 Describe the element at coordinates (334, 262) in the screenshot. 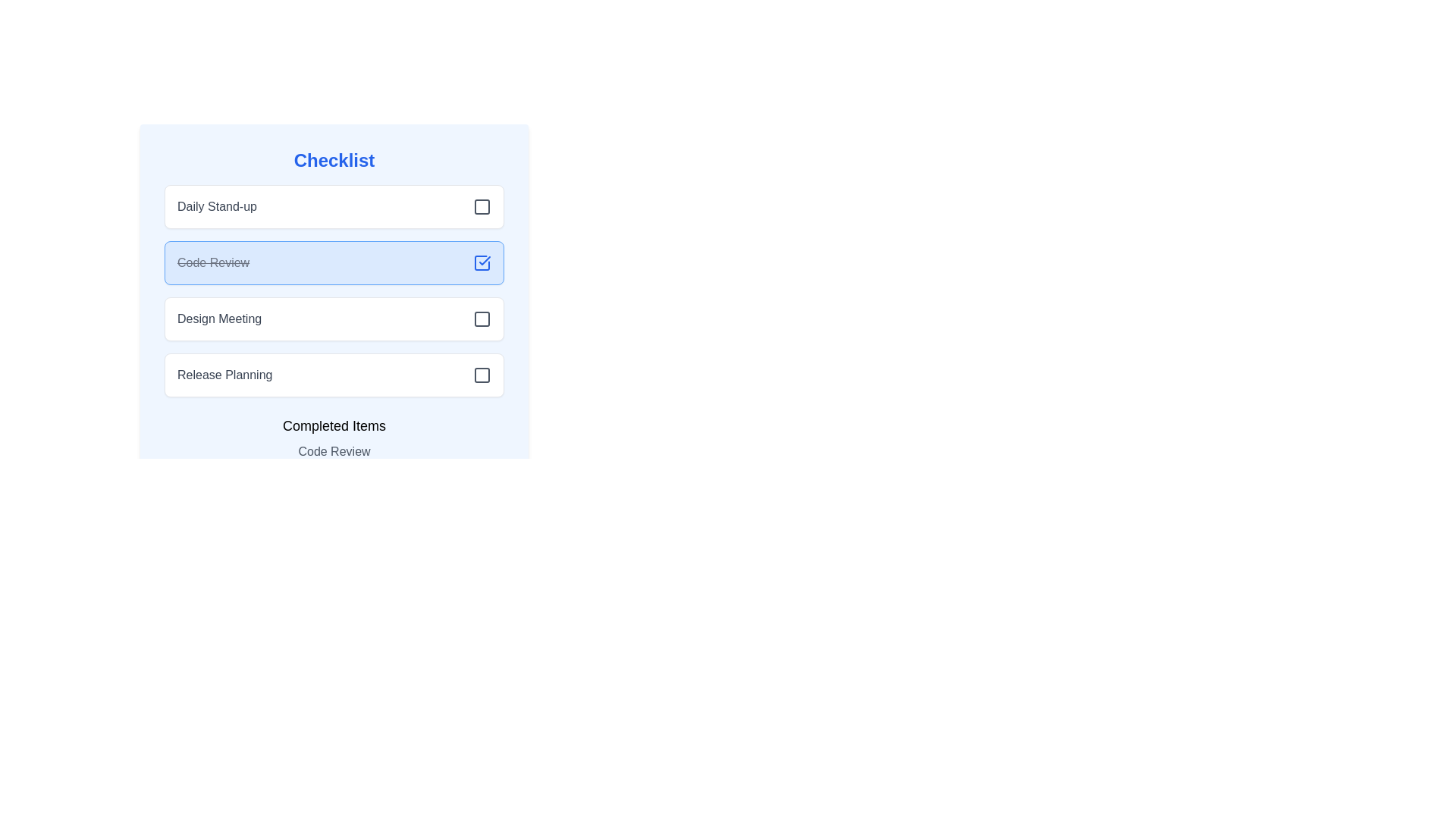

I see `the clickable list item labeled 'Code Review' with a status indicator, which is styled with a light blue background and a checkmark, indicating the task is completed` at that location.